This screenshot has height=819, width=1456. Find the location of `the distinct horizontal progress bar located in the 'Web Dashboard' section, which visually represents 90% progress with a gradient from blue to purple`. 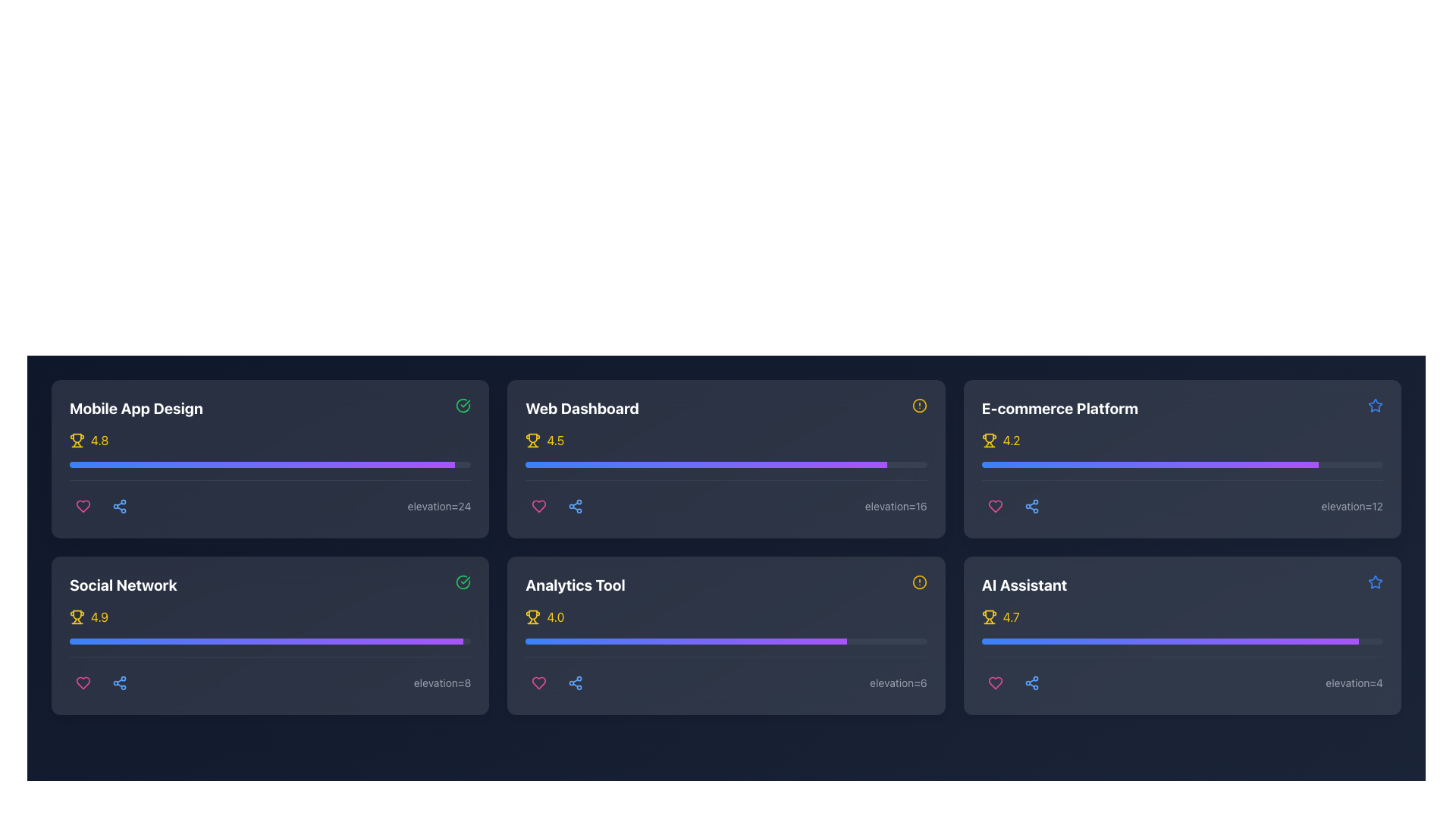

the distinct horizontal progress bar located in the 'Web Dashboard' section, which visually represents 90% progress with a gradient from blue to purple is located at coordinates (726, 464).